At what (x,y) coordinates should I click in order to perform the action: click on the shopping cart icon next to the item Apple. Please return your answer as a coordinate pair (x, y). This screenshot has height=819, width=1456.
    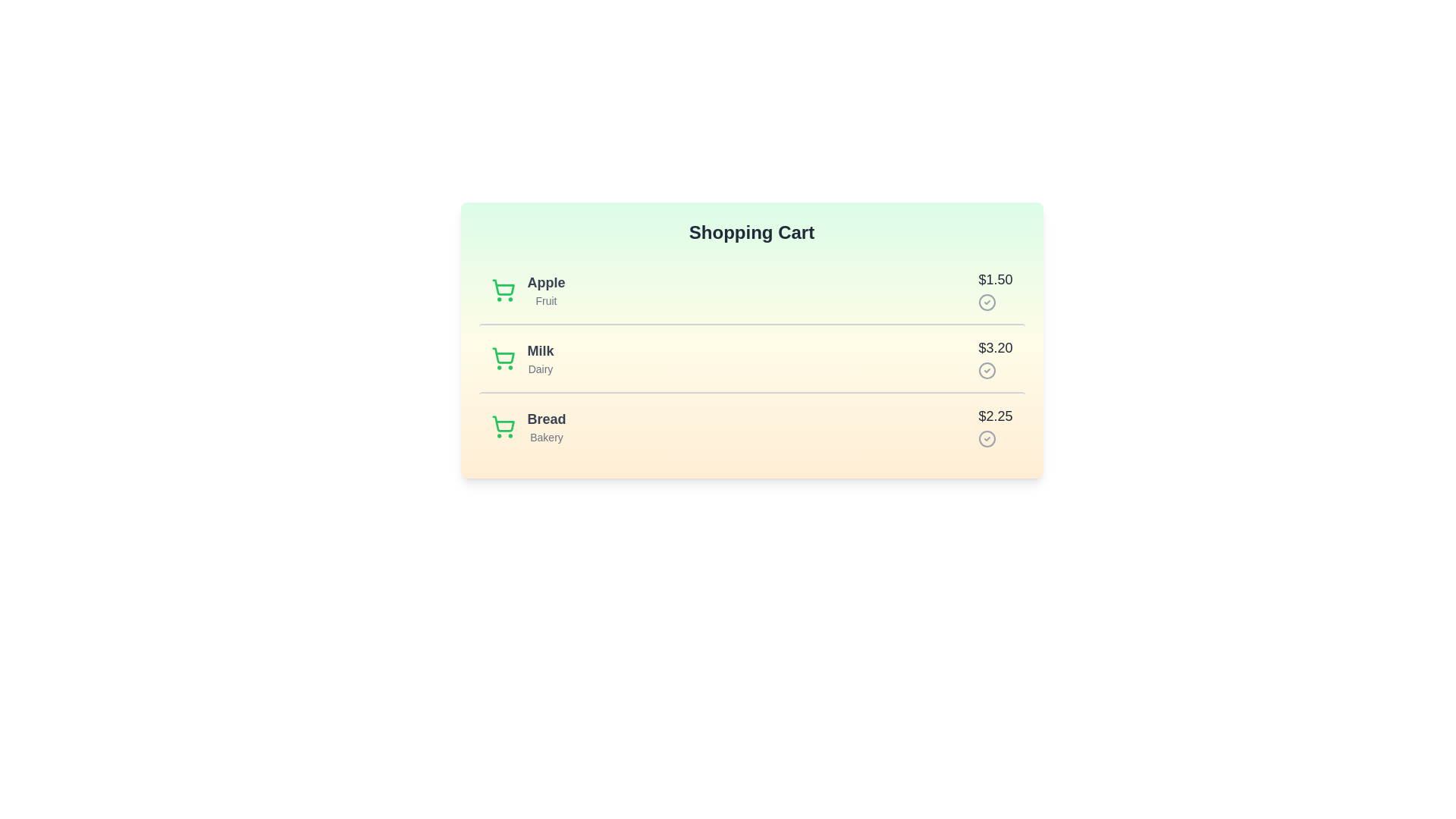
    Looking at the image, I should click on (503, 290).